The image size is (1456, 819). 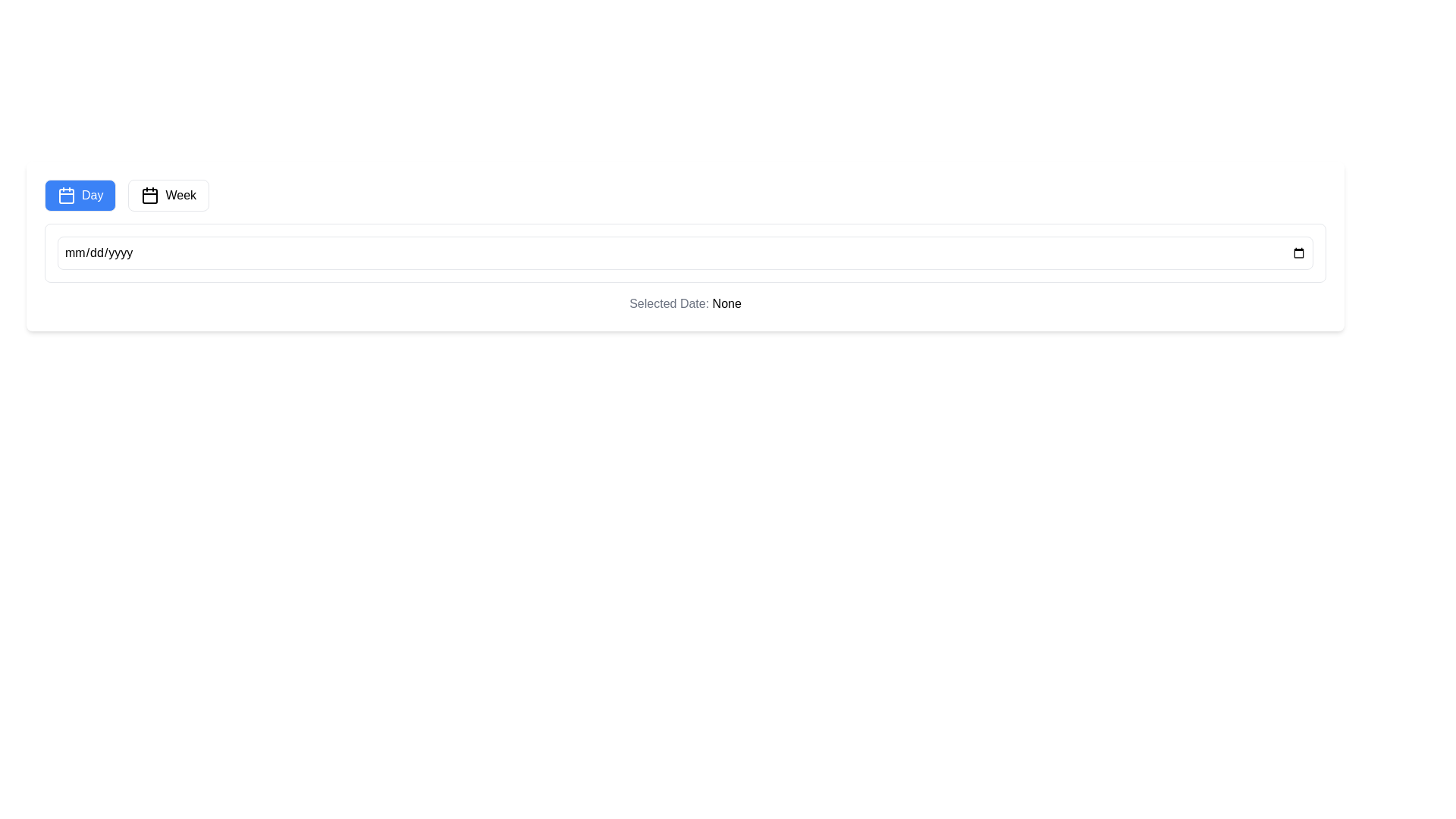 I want to click on the rounded rectangular button labeled 'Week' which has a white background and a black calendar icon, positioned to the right of the blue button labeled 'Day', so click(x=168, y=195).